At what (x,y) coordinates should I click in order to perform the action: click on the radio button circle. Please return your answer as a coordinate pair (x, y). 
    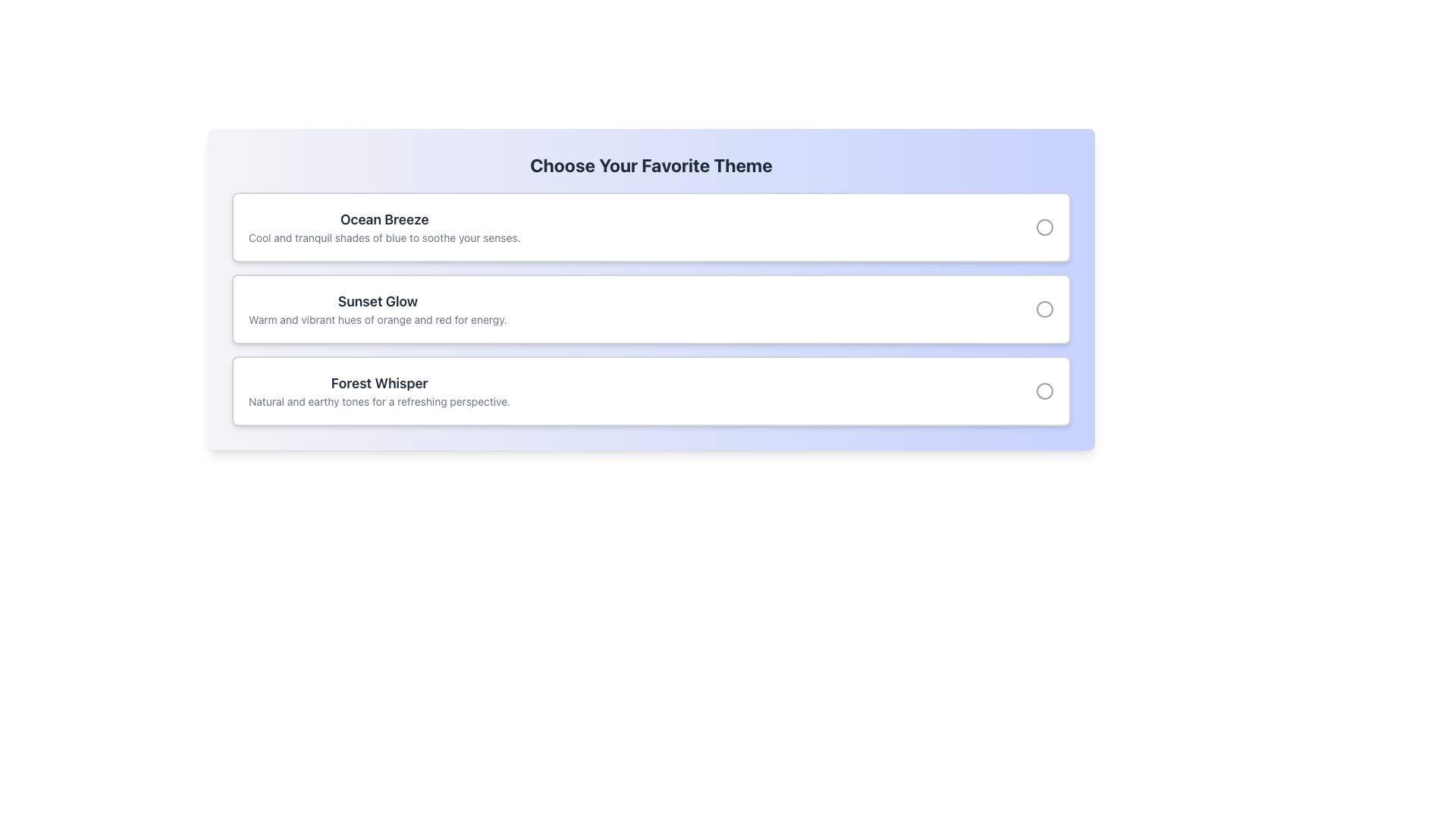
    Looking at the image, I should click on (1043, 227).